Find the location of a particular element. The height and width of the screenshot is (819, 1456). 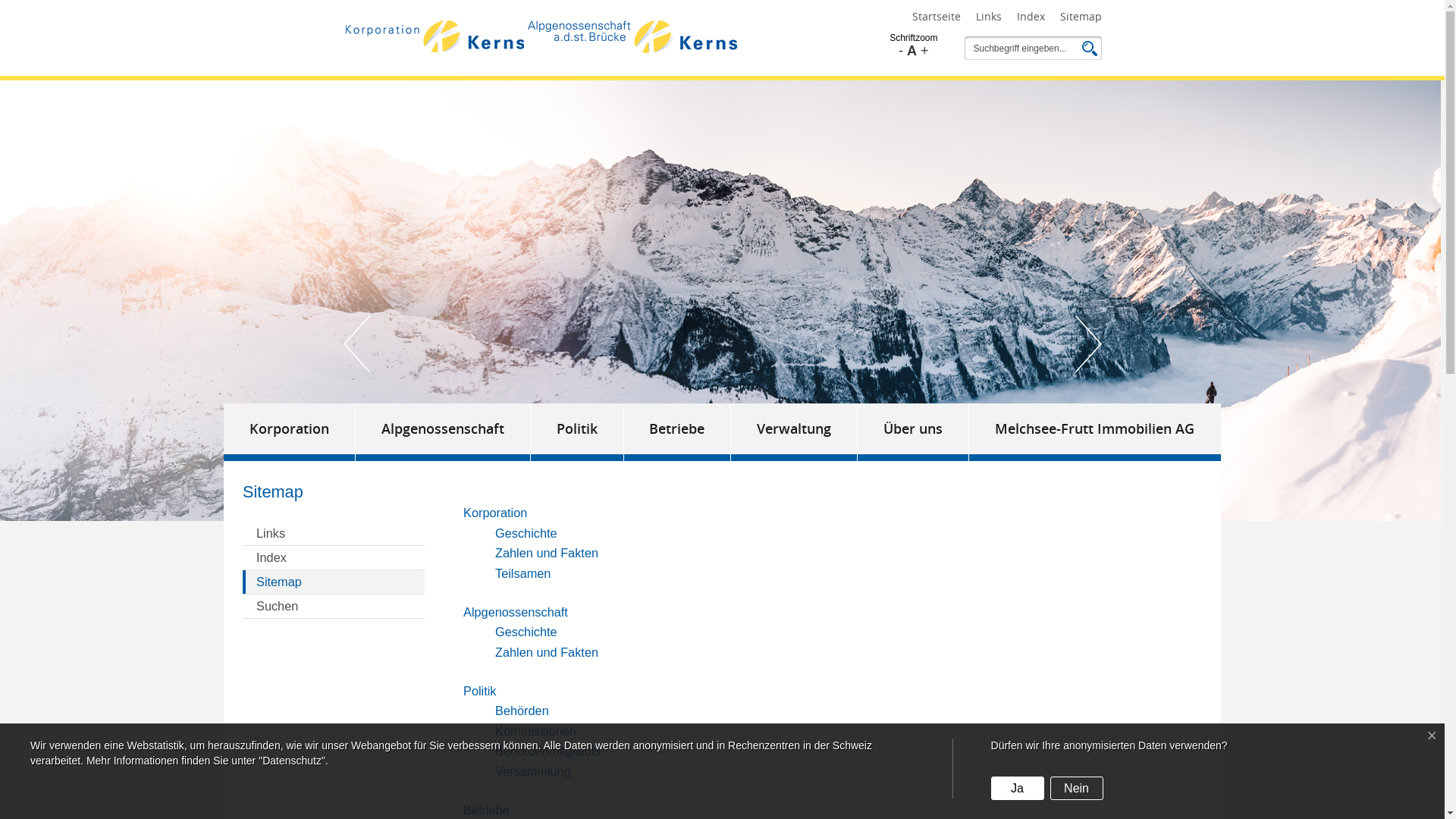

'Korporation' is located at coordinates (494, 512).